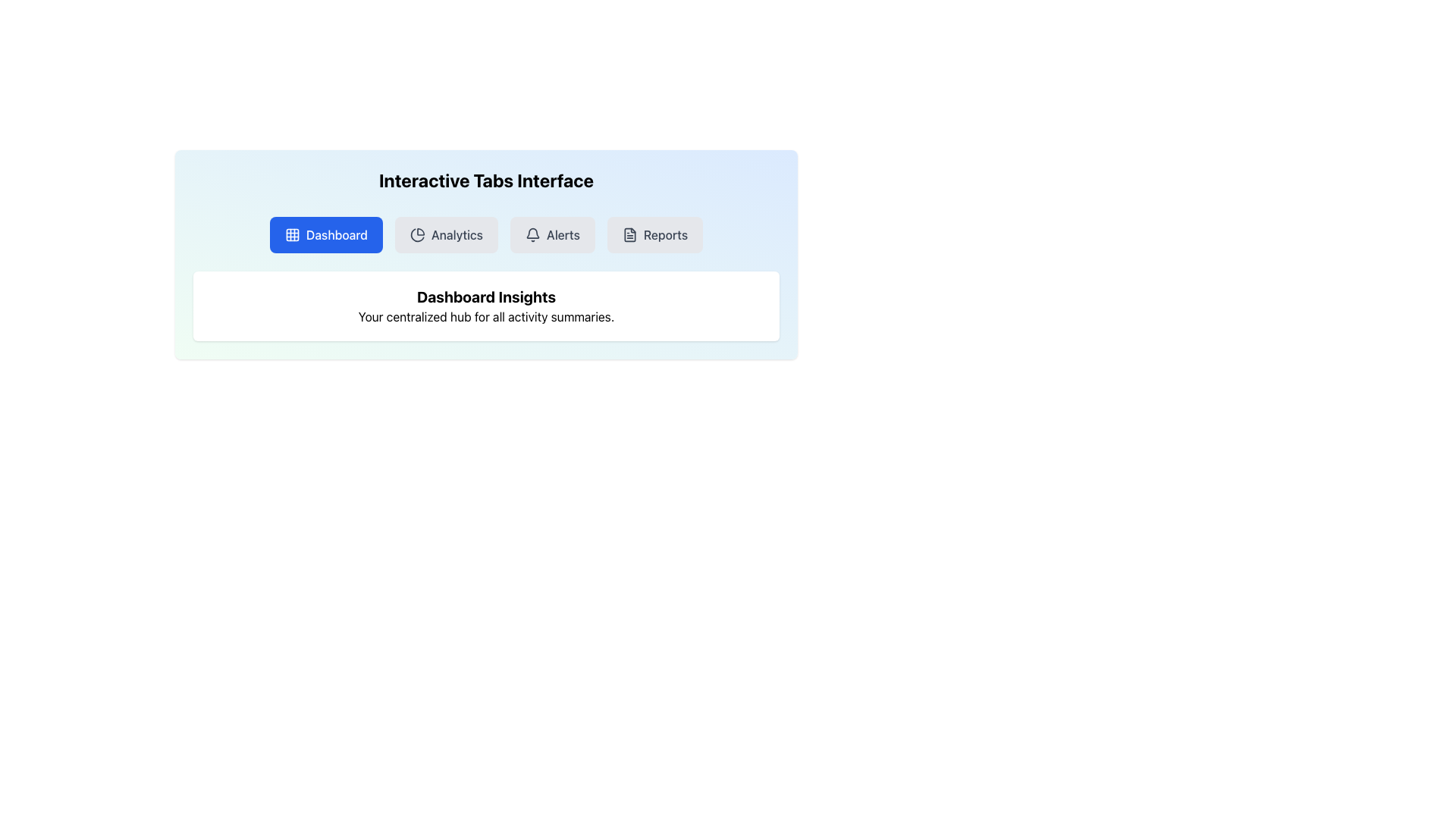 The width and height of the screenshot is (1456, 819). What do you see at coordinates (292, 234) in the screenshot?
I see `the small grid icon located to the immediate left of the 'Dashboard' button at the top left part of the interface` at bounding box center [292, 234].